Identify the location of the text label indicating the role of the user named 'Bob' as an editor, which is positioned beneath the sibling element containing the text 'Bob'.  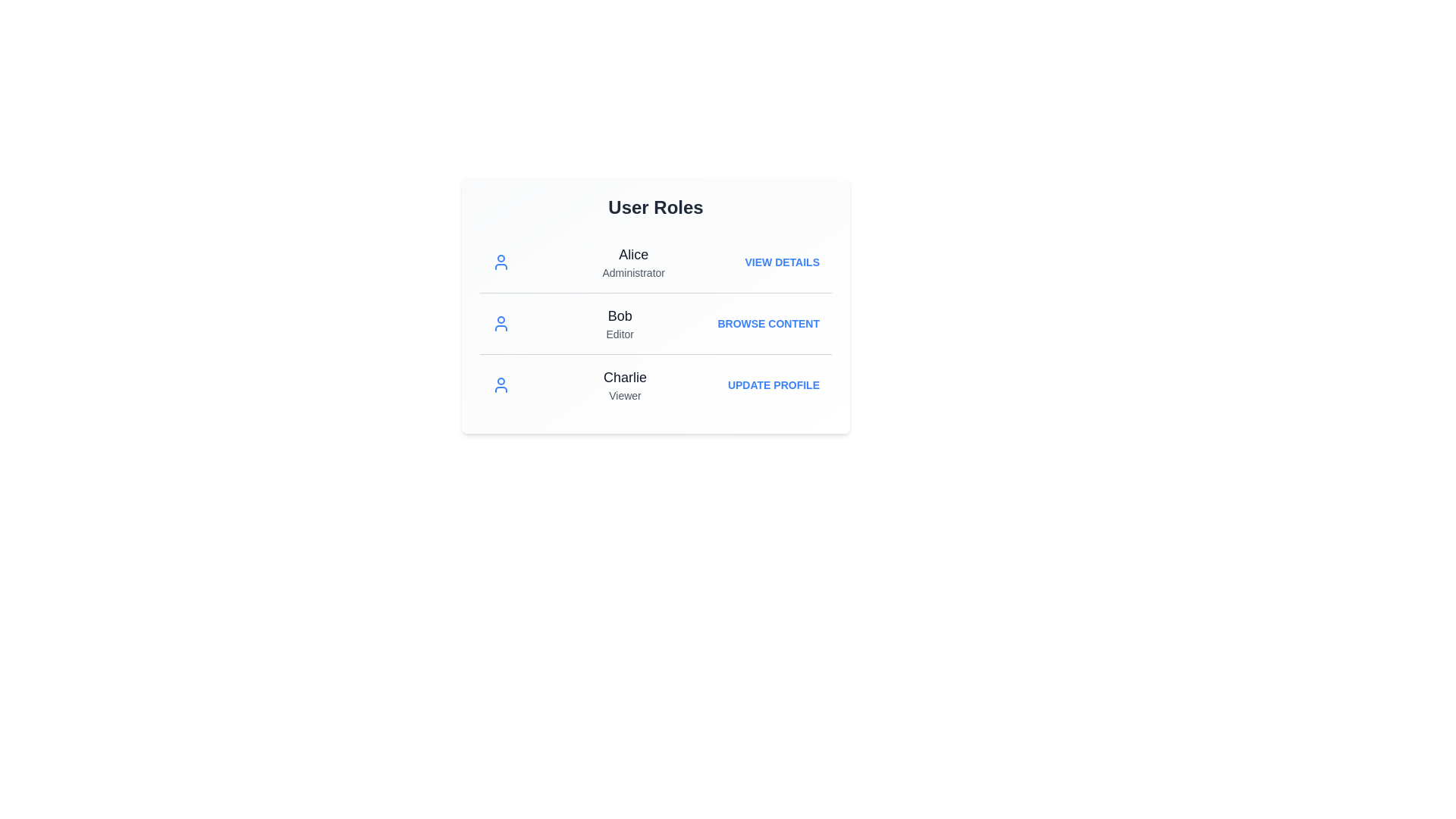
(620, 333).